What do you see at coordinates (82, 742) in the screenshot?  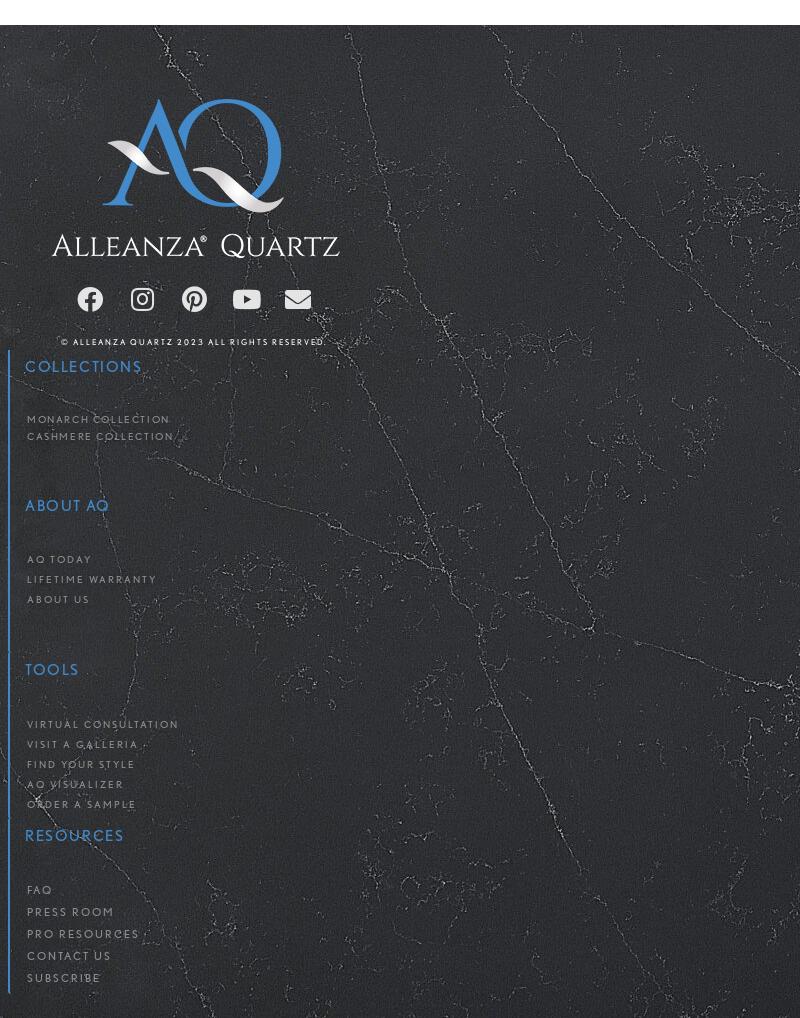 I see `'VISIT A GALLERIA'` at bounding box center [82, 742].